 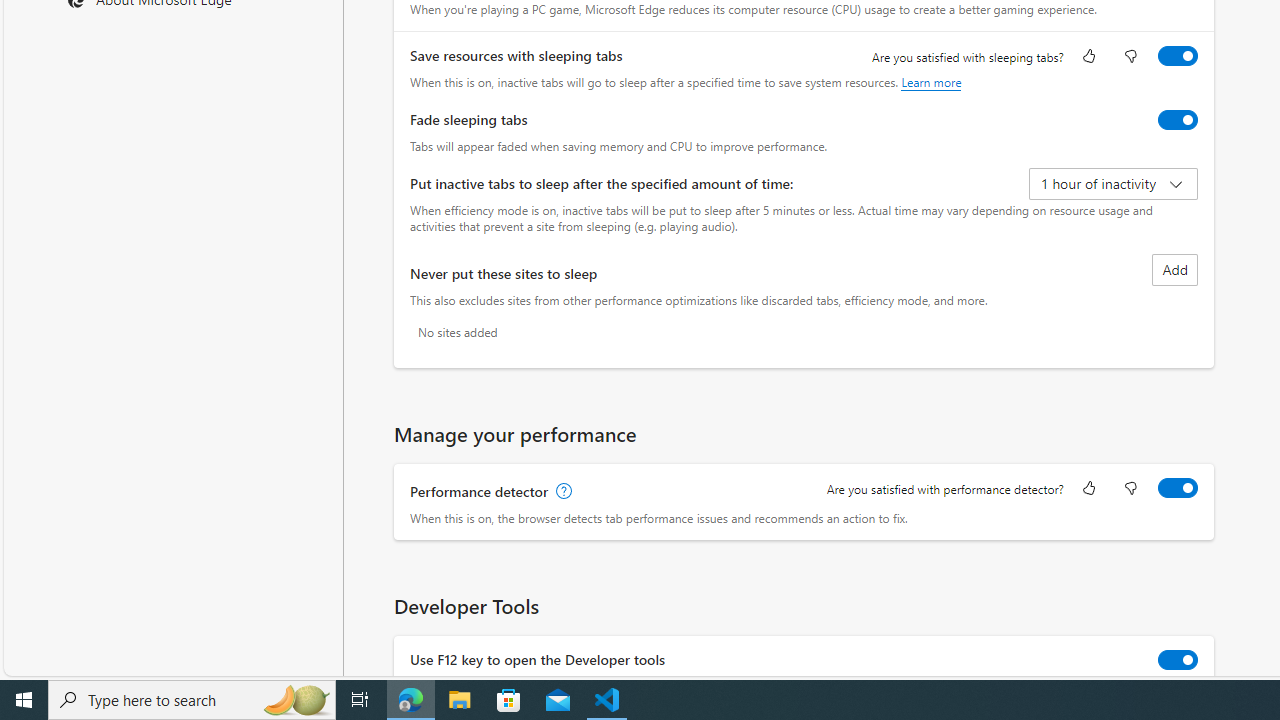 What do you see at coordinates (930, 81) in the screenshot?
I see `'Learn more'` at bounding box center [930, 81].